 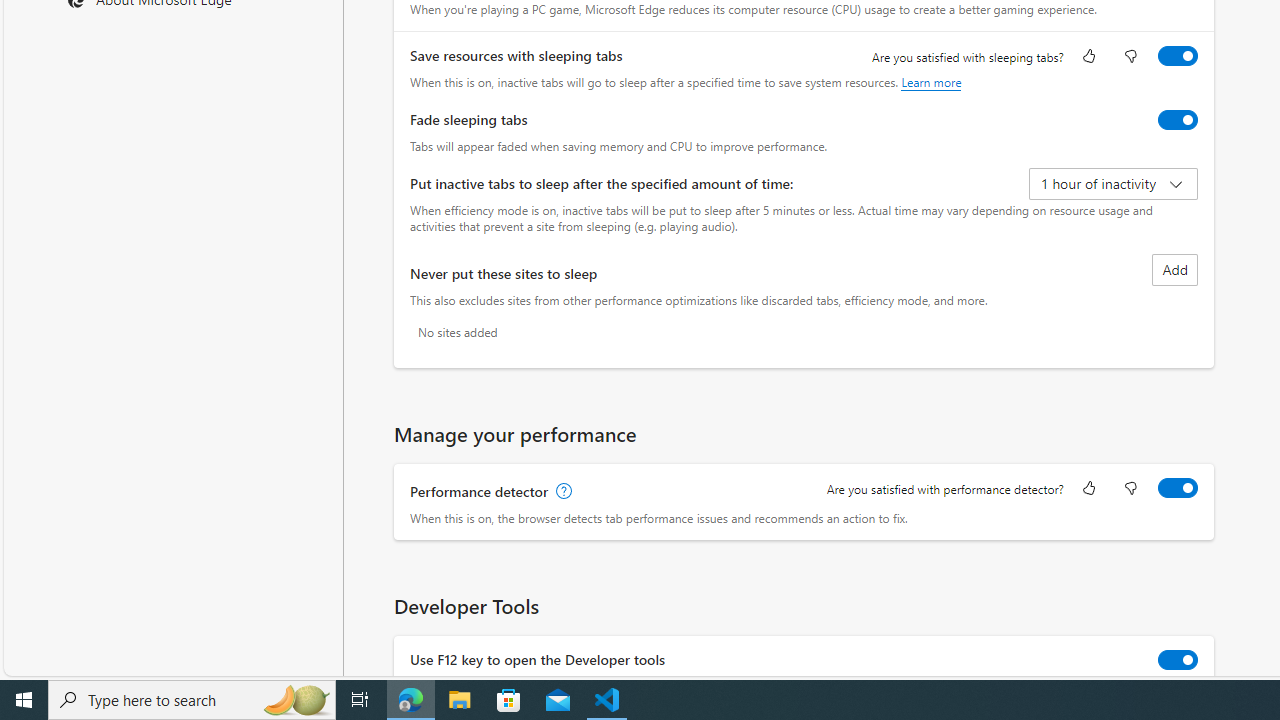 What do you see at coordinates (930, 81) in the screenshot?
I see `'Learn more'` at bounding box center [930, 81].